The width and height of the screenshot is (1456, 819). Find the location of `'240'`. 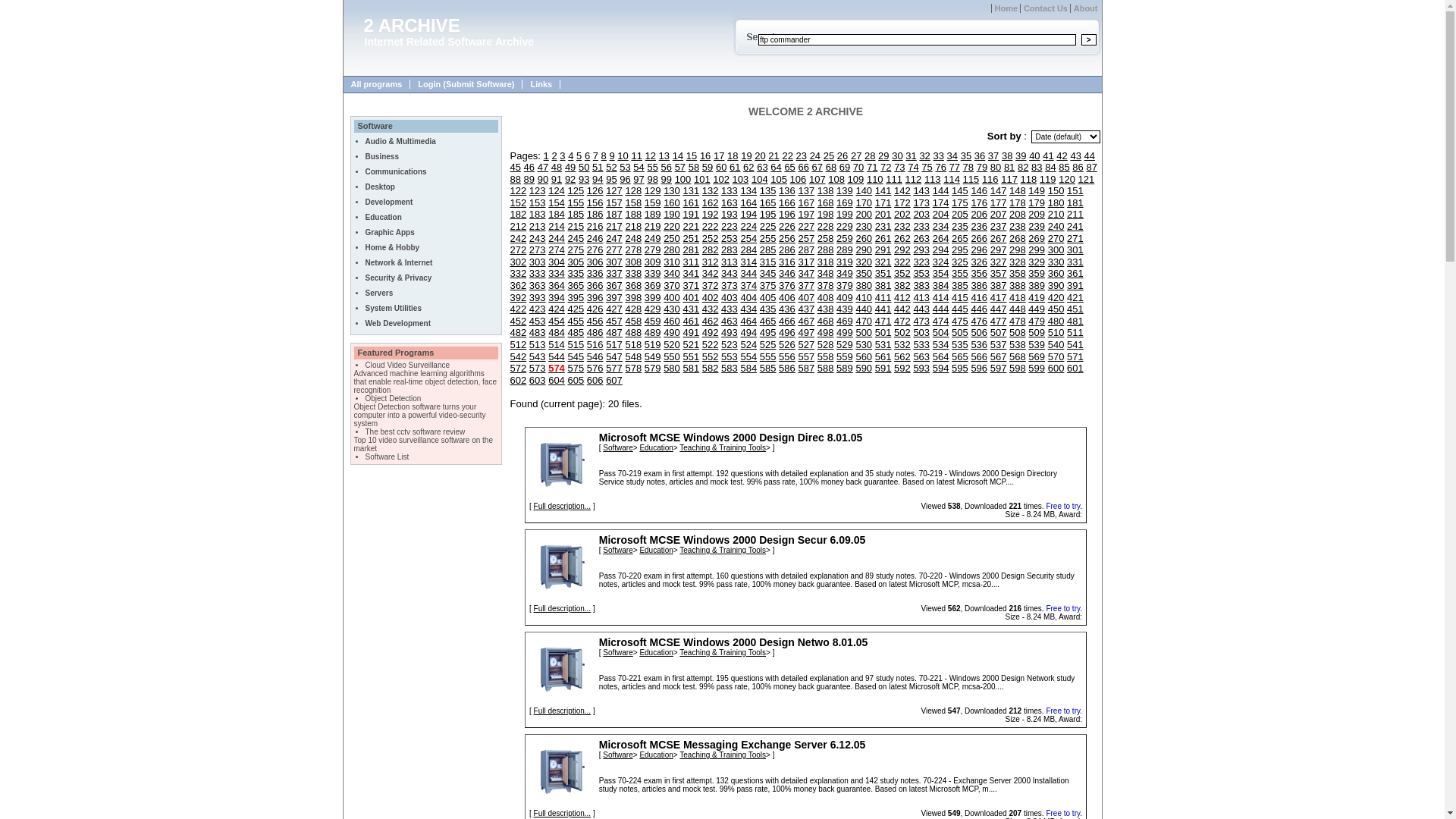

'240' is located at coordinates (1055, 226).